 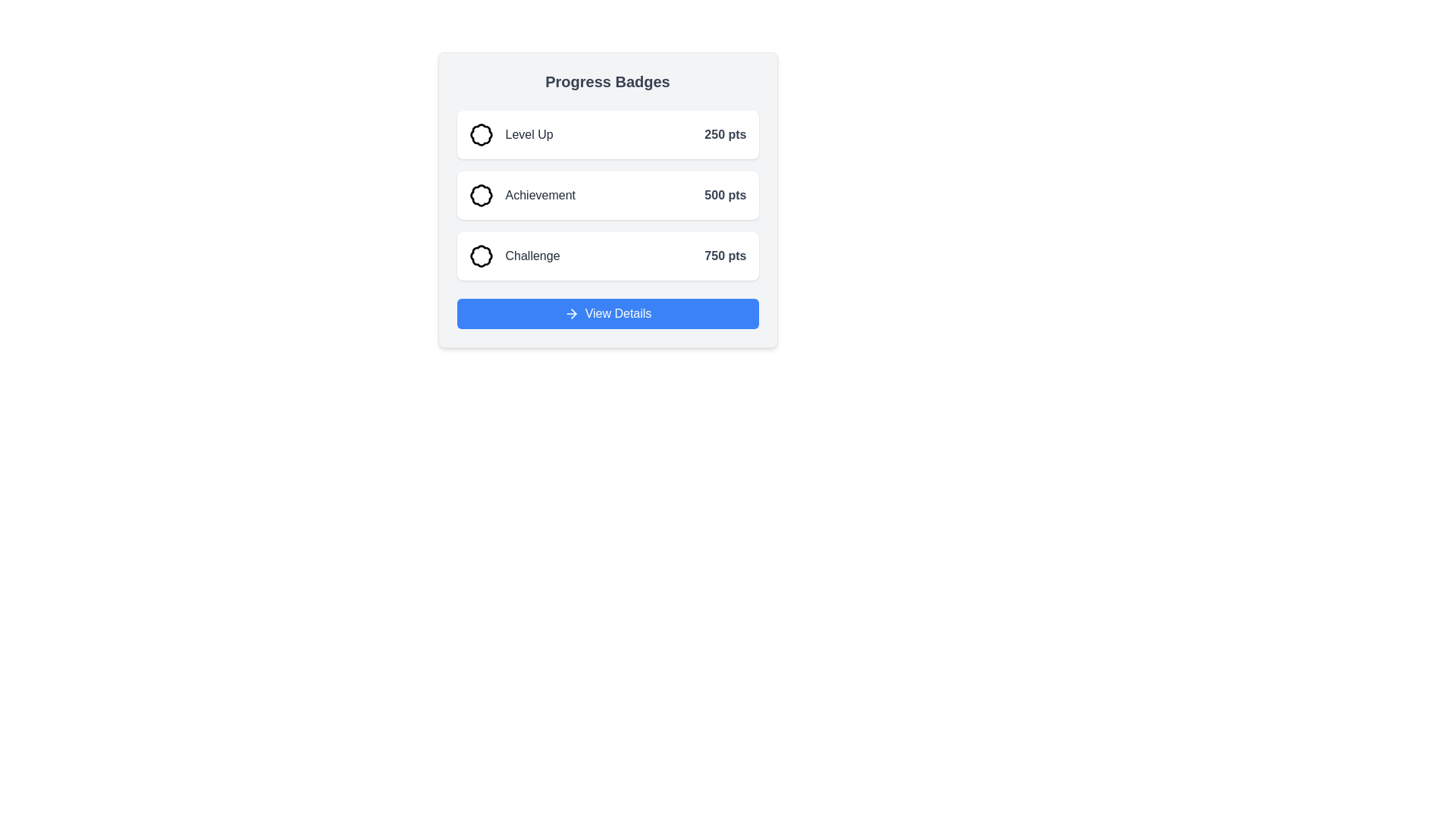 I want to click on the Card component with the title 'Level Up' and the numeric value '250 pts', which is the first element in a list of similar cards, so click(x=607, y=133).